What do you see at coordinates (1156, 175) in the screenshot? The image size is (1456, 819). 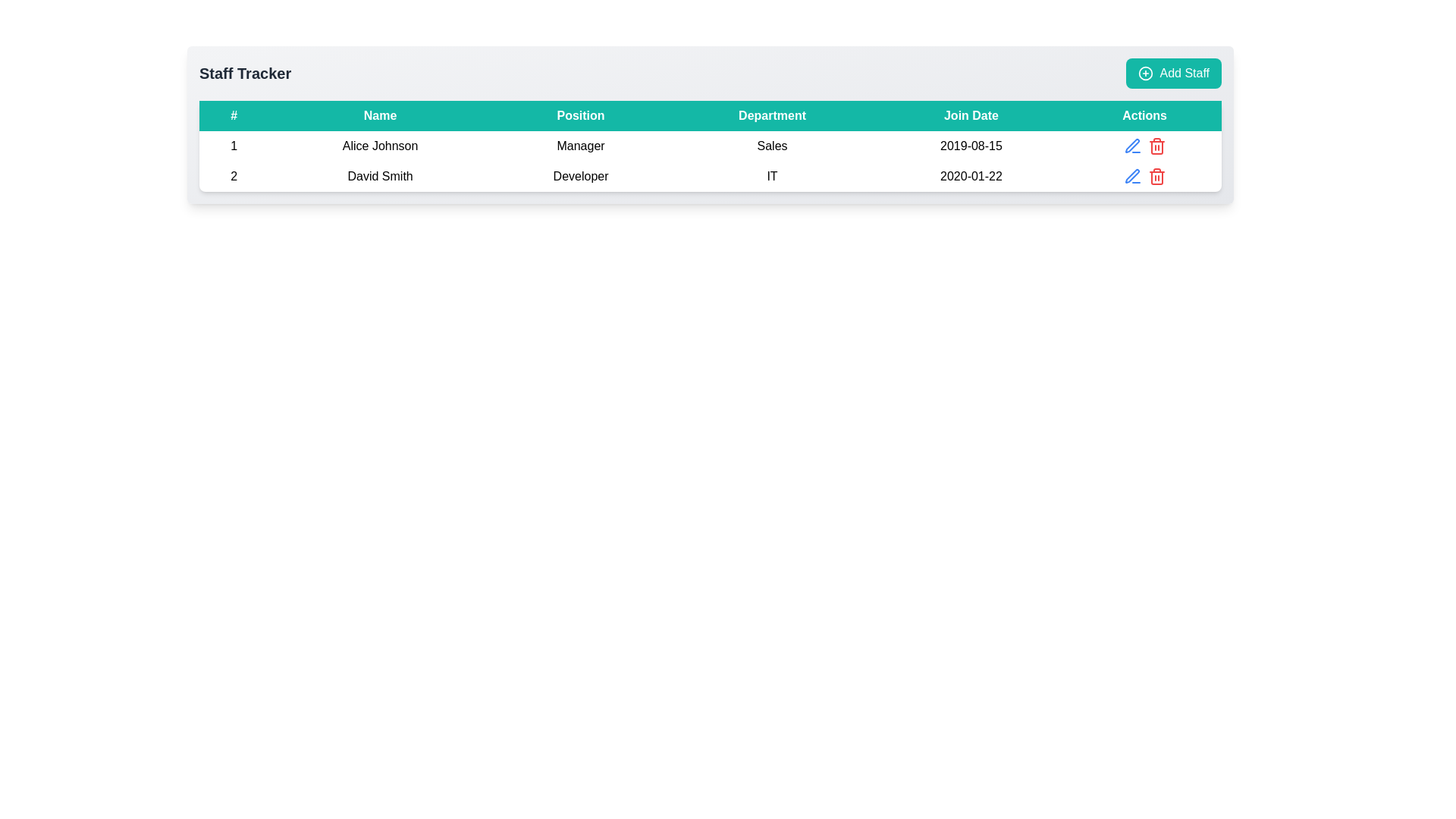 I see `the red trash bin icon located in the 'Actions' column of the second row in the 'Staff Tracker' table for additional actions` at bounding box center [1156, 175].